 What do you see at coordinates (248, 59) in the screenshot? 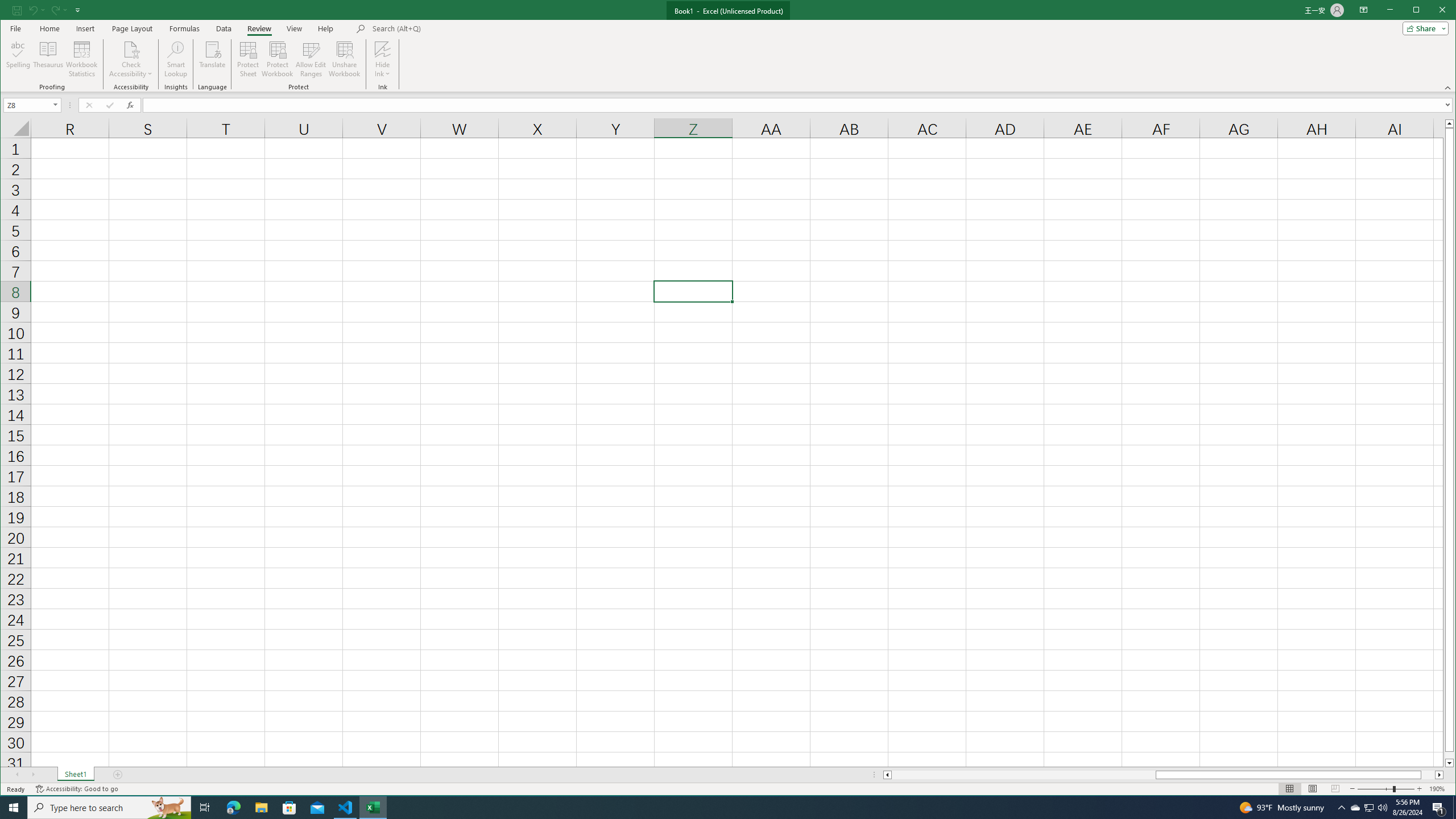
I see `'Protect Sheet...'` at bounding box center [248, 59].